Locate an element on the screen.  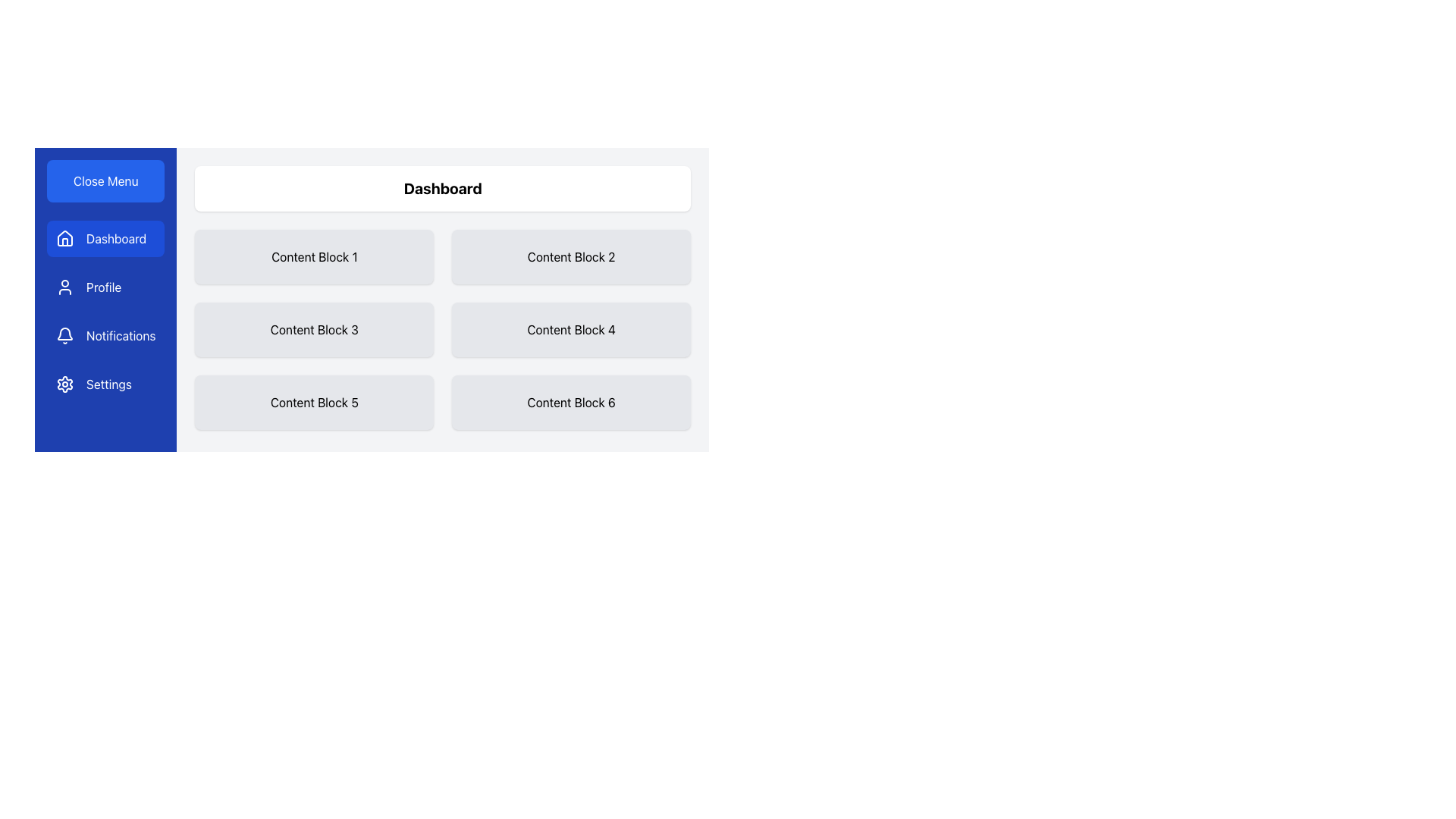
the 'Settings' button, which is a horizontally aligned button with a gear icon on the left and blue background located in the left sidebar is located at coordinates (105, 383).